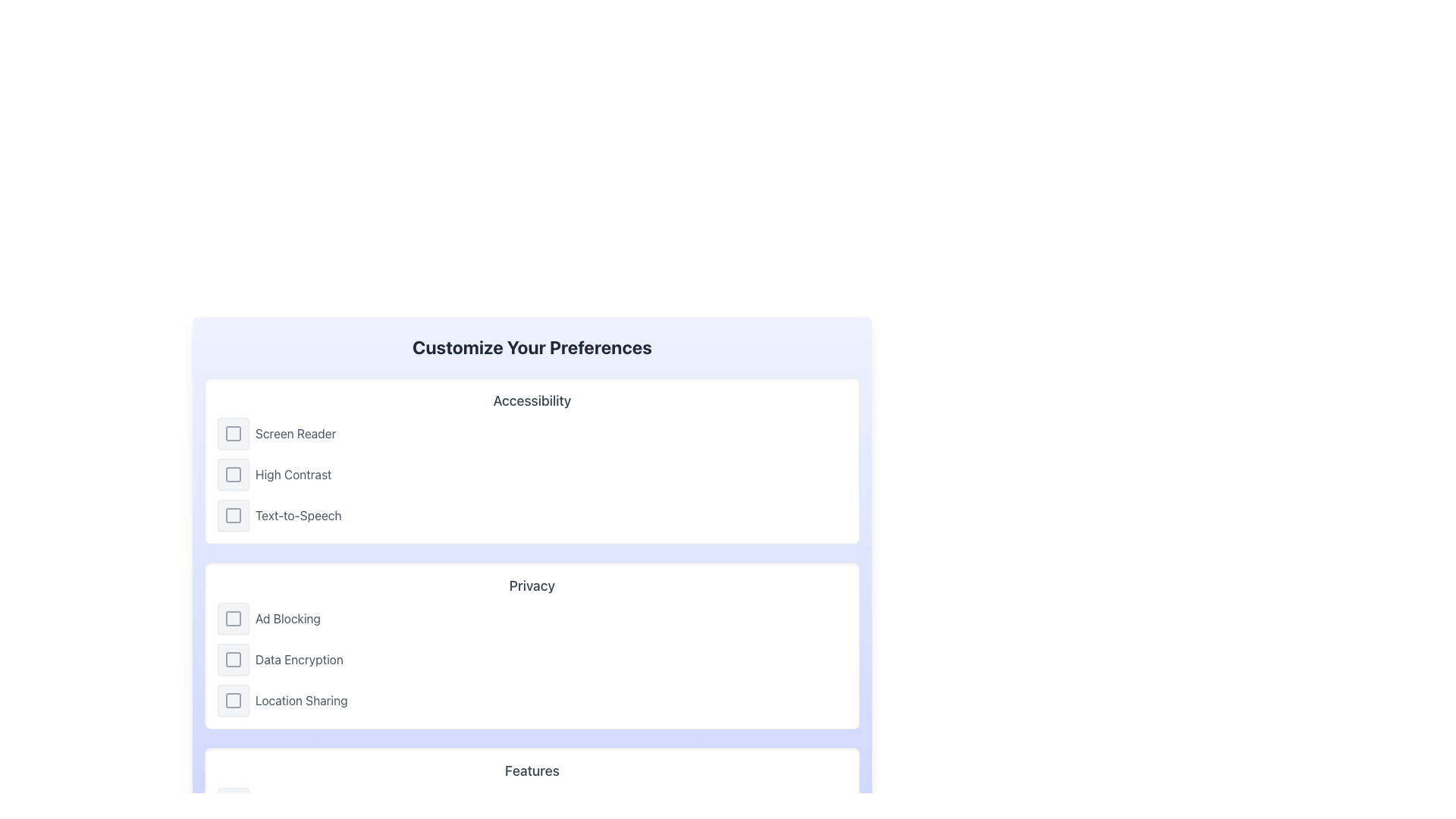 The height and width of the screenshot is (819, 1456). I want to click on the checkbox for 'Data Encryption' located in the 'Privacy' section of the 'Customize Your Preferences' interface, so click(232, 659).